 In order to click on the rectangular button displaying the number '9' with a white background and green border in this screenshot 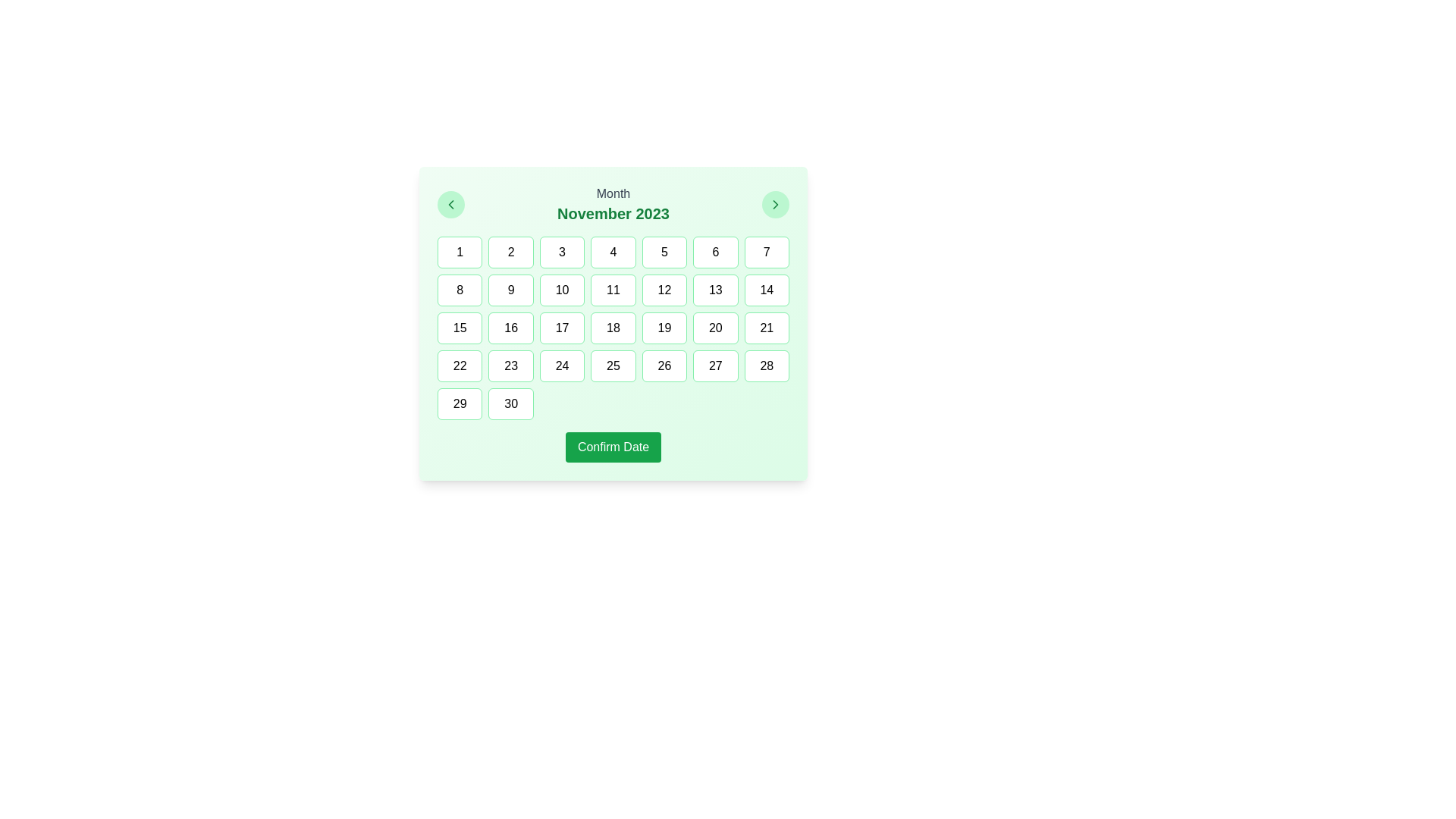, I will do `click(511, 290)`.